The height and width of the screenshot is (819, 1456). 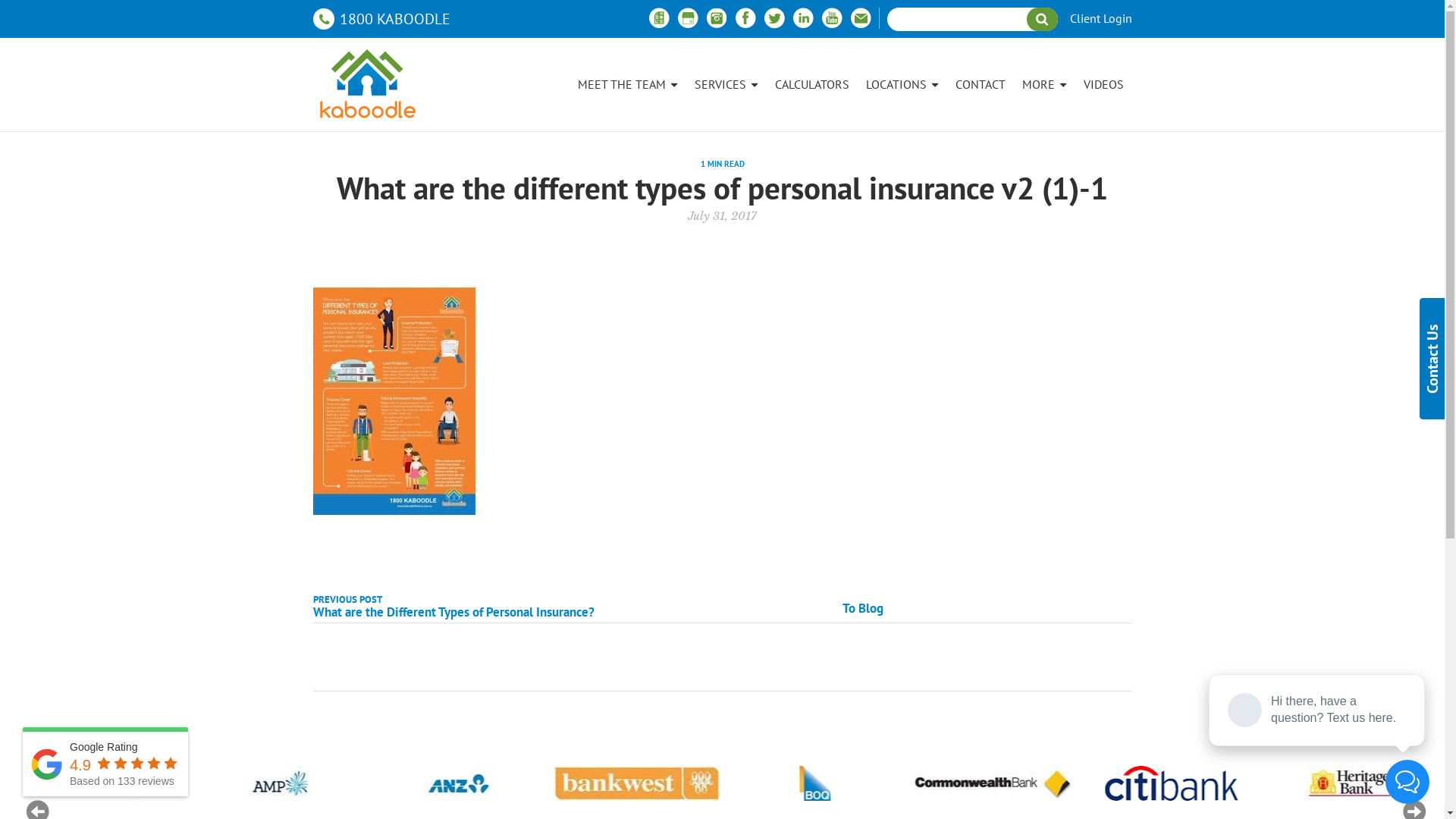 I want to click on 'Client Login', so click(x=1100, y=18).